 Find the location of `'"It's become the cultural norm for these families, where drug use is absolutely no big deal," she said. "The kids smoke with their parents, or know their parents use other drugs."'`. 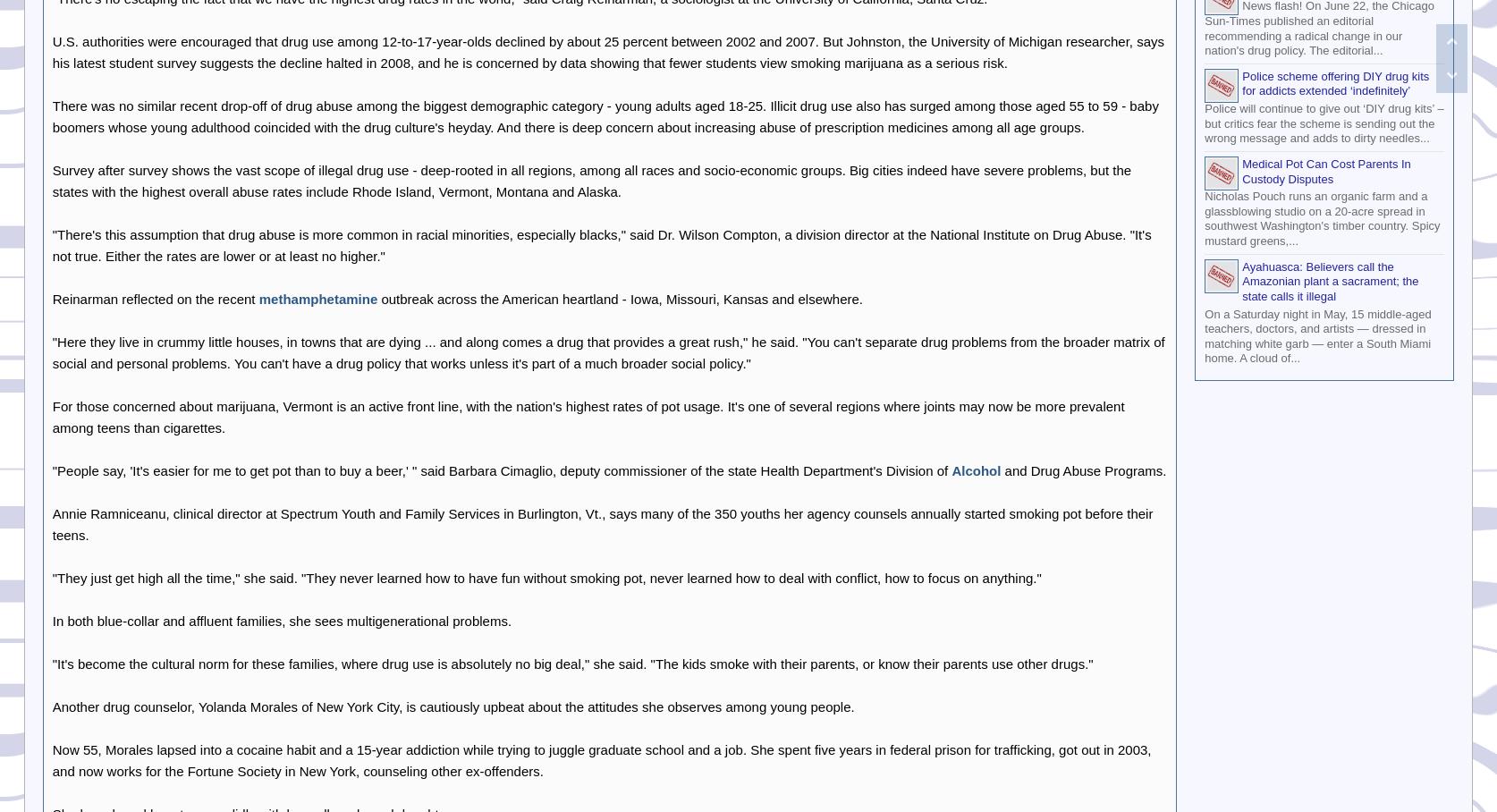

'"It's become the cultural norm for these families, where drug use is absolutely no big deal," she said. "The kids smoke with their parents, or know their parents use other drugs."' is located at coordinates (51, 663).